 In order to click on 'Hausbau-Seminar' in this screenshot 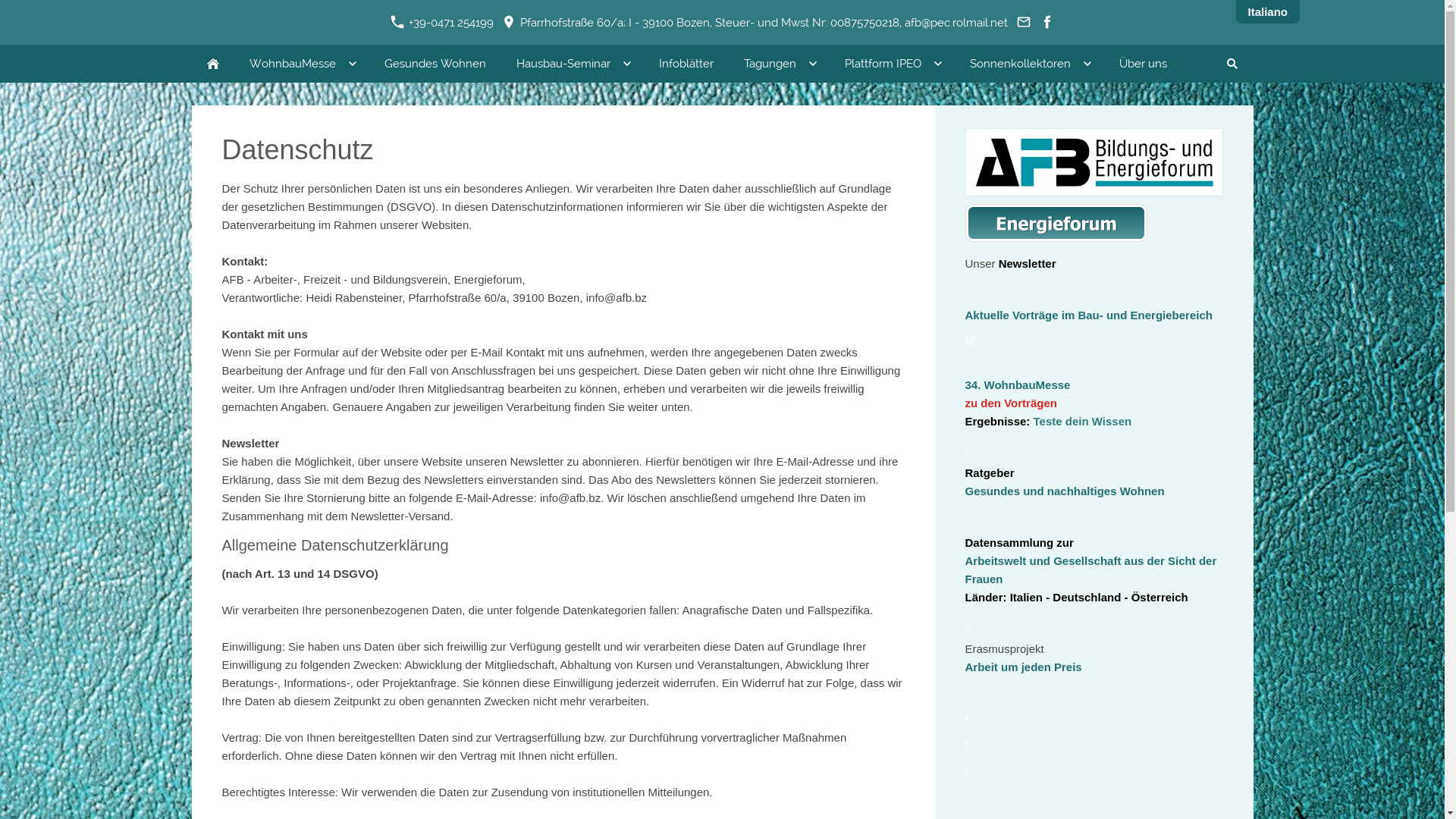, I will do `click(570, 63)`.